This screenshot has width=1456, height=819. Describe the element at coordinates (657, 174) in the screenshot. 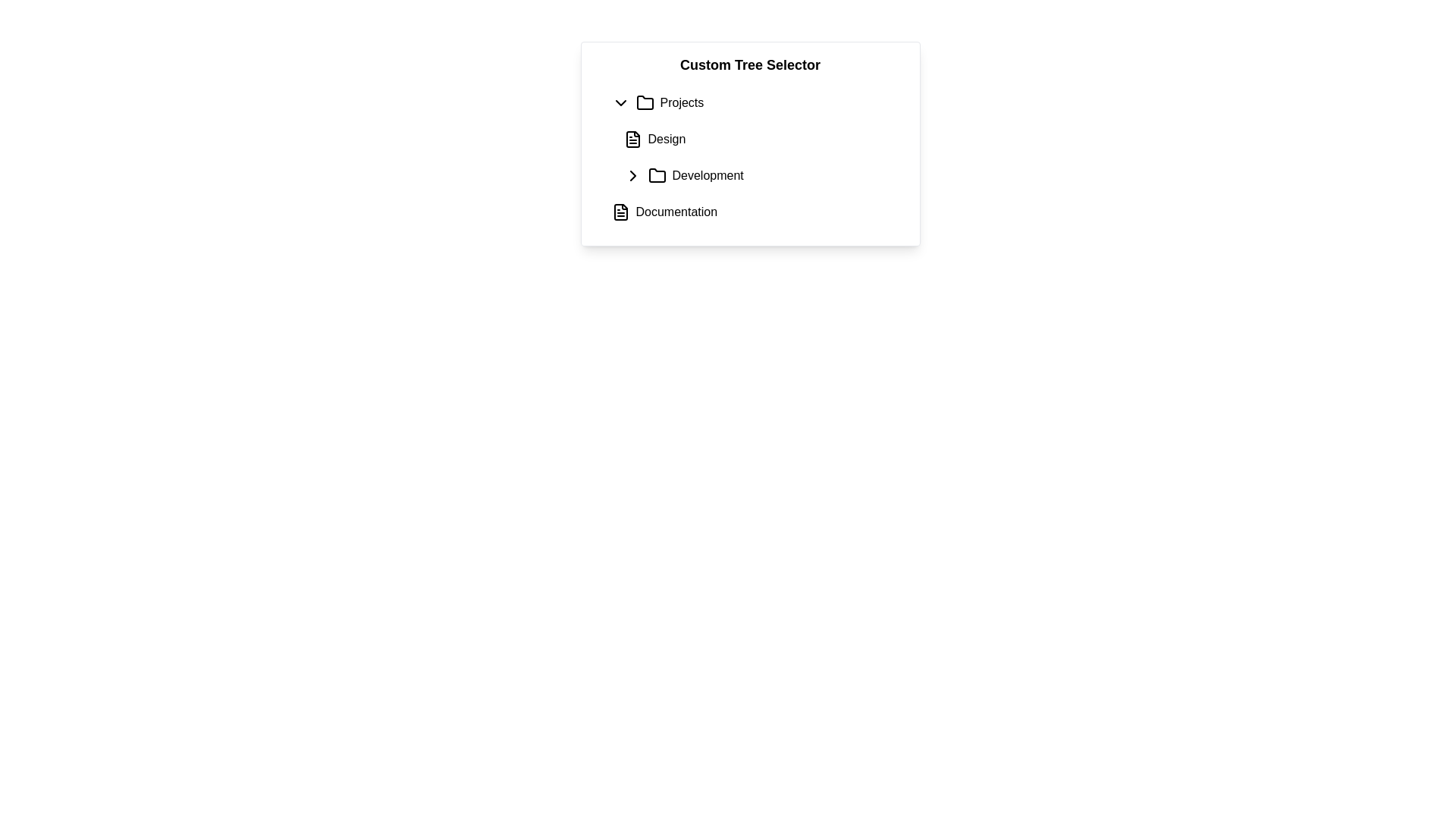

I see `the minimalist folder icon associated with the 'Development' label in the tree view structure to interact with it` at that location.